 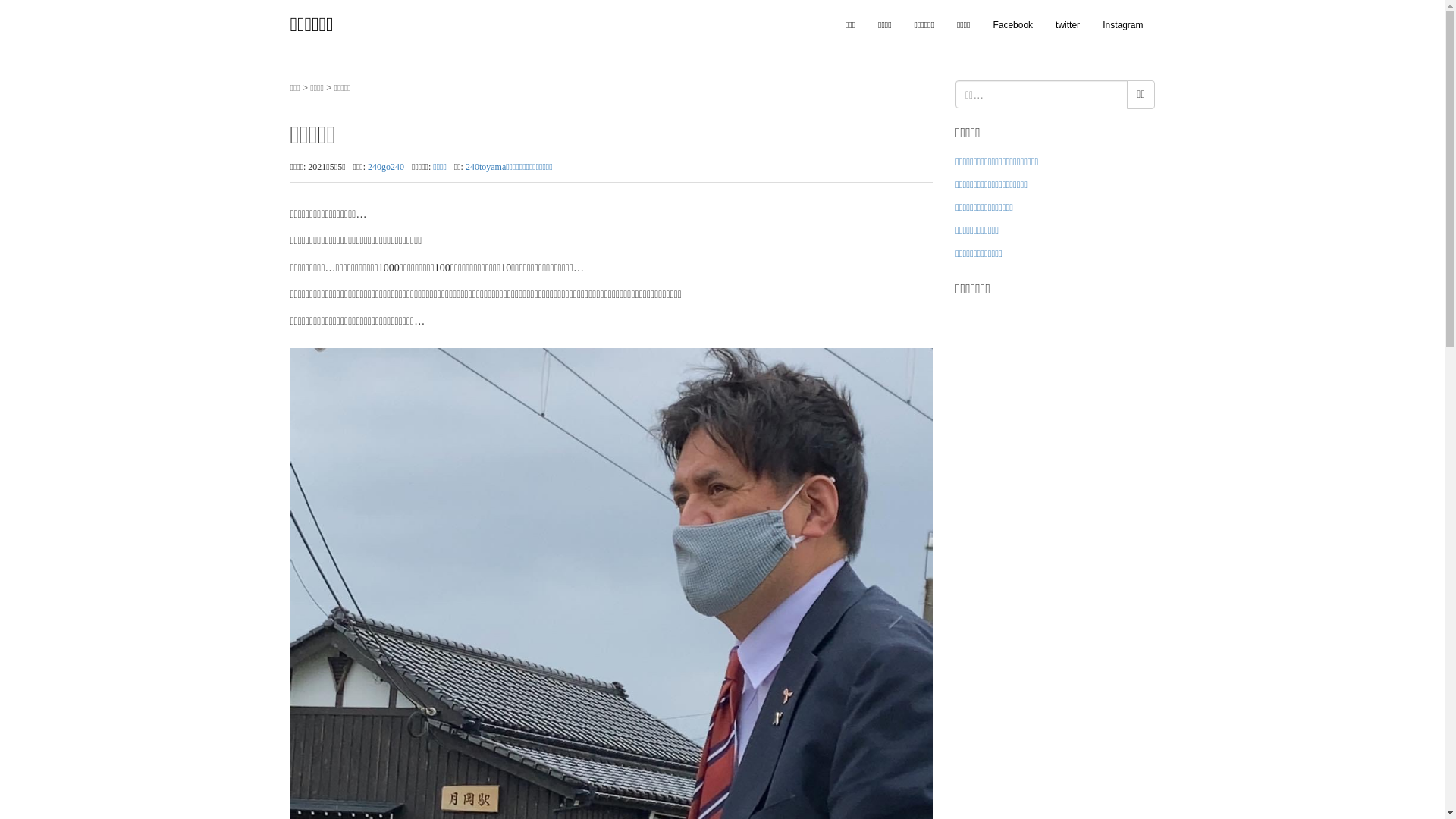 I want to click on 'twitter', so click(x=1066, y=25).